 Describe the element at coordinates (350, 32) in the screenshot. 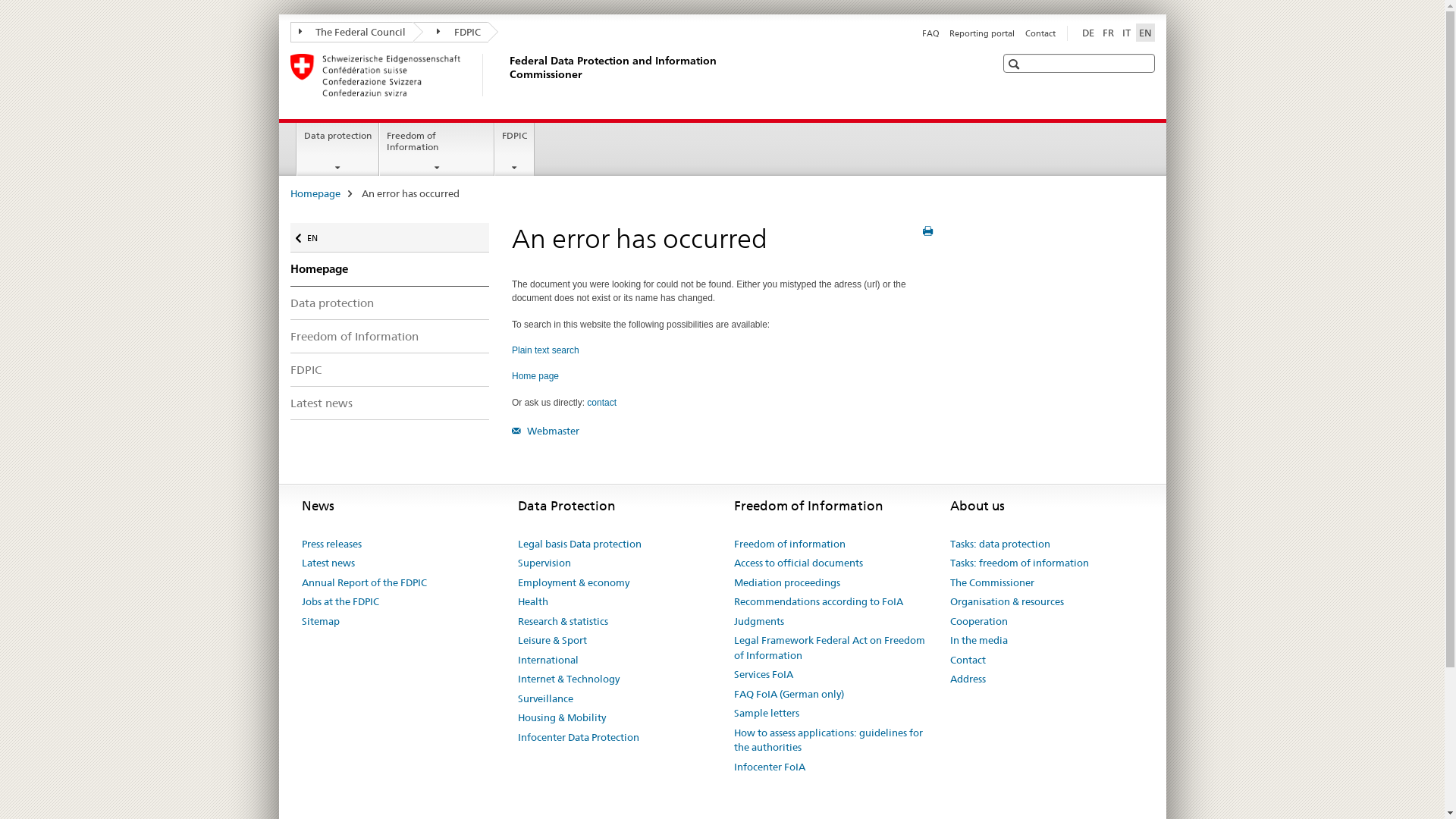

I see `'The Federal Council'` at that location.